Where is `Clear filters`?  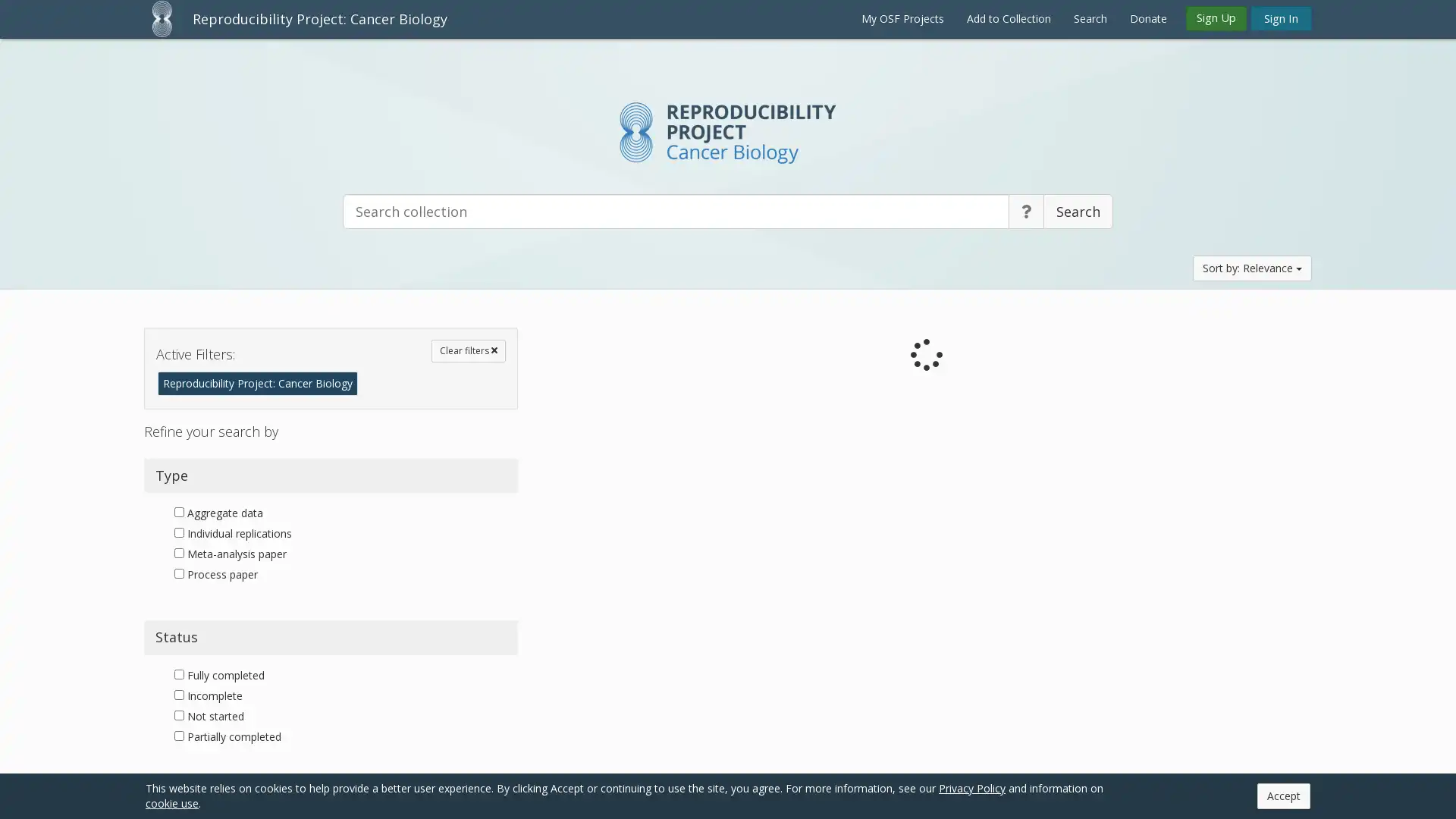 Clear filters is located at coordinates (468, 350).